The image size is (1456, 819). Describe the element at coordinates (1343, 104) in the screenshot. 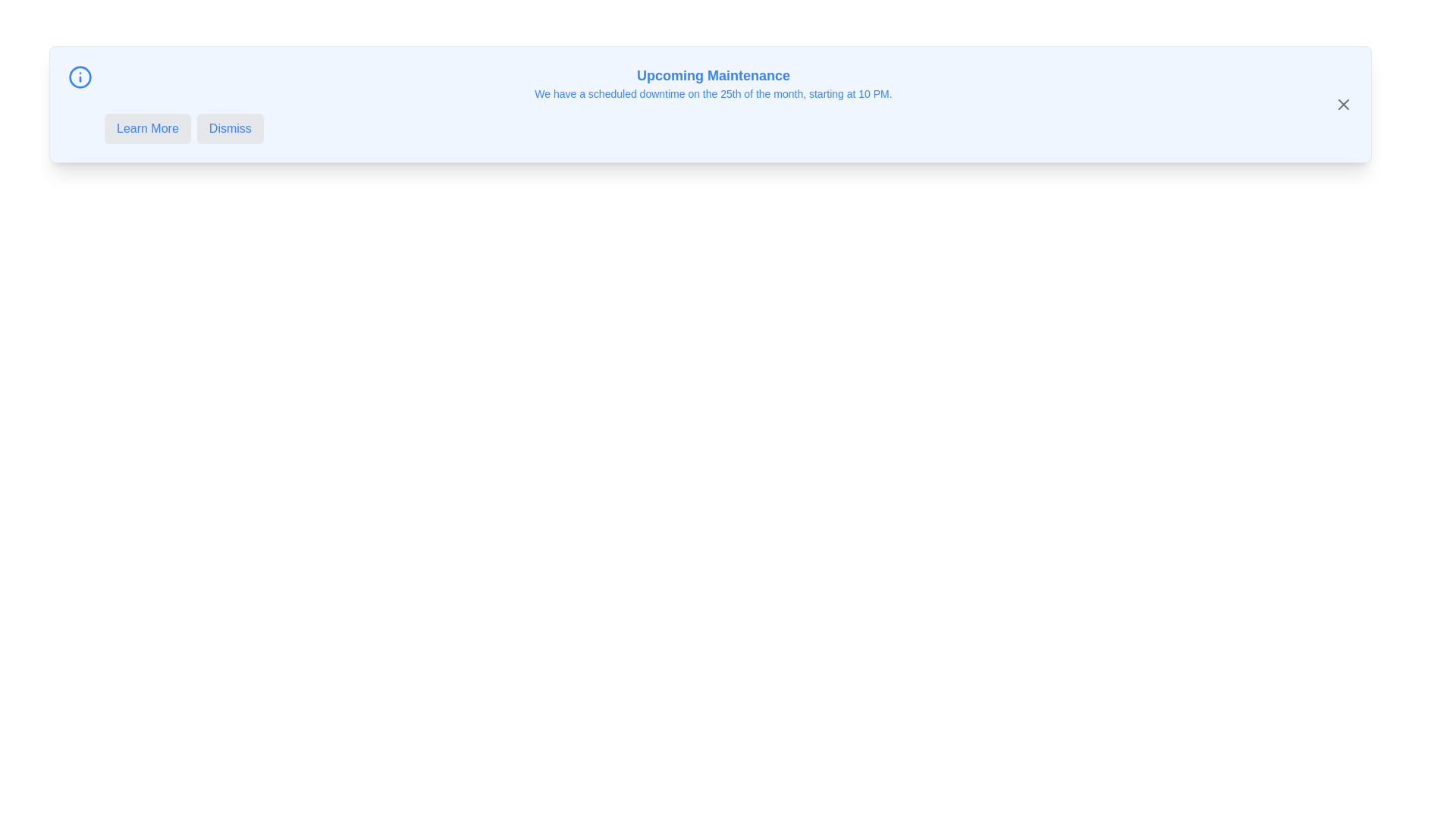

I see `the dismiss button located at the far right of the blue notification bar to observe its color change` at that location.